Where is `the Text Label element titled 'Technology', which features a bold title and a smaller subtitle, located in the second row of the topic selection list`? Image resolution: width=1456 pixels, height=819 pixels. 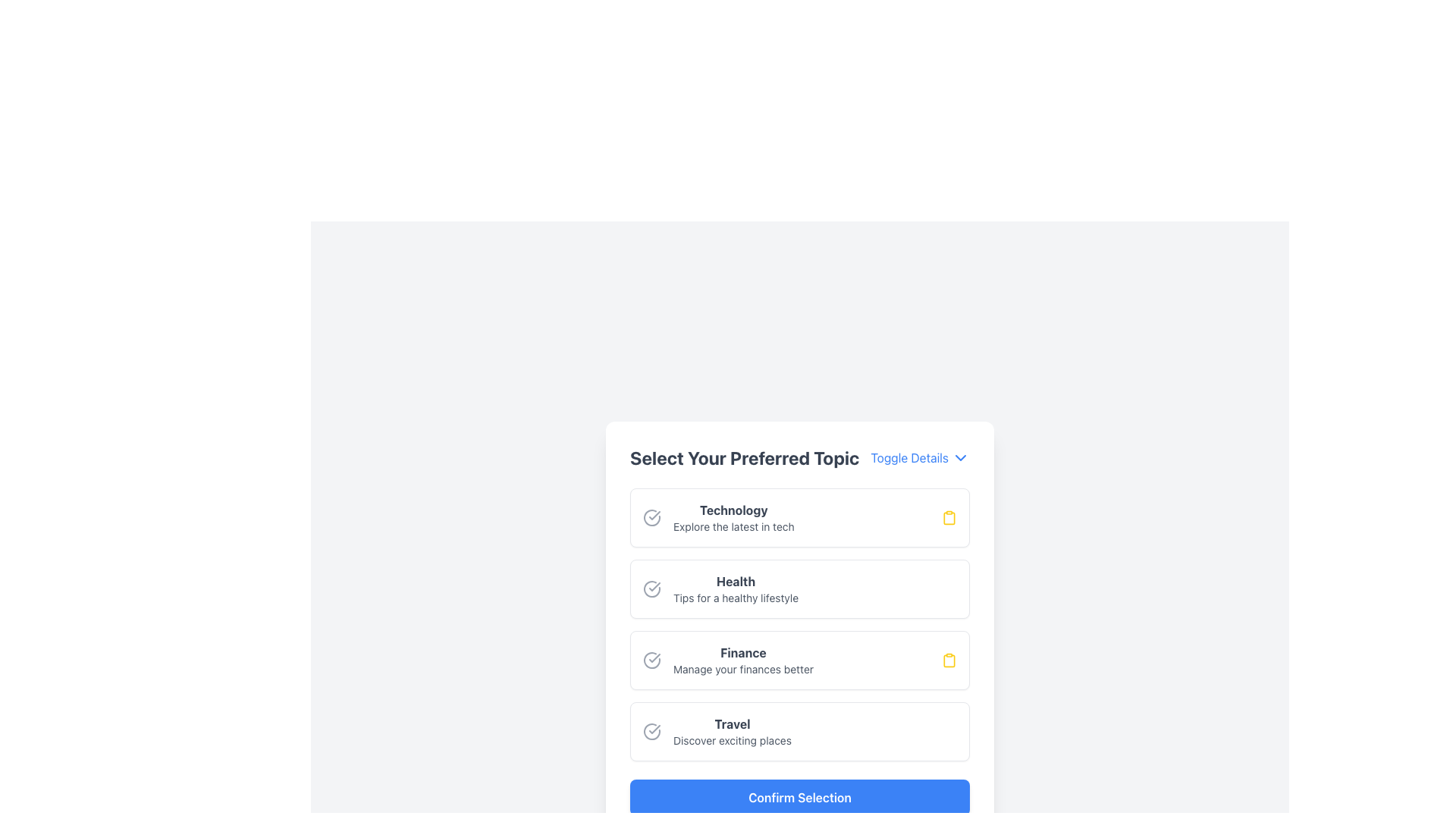 the Text Label element titled 'Technology', which features a bold title and a smaller subtitle, located in the second row of the topic selection list is located at coordinates (733, 516).